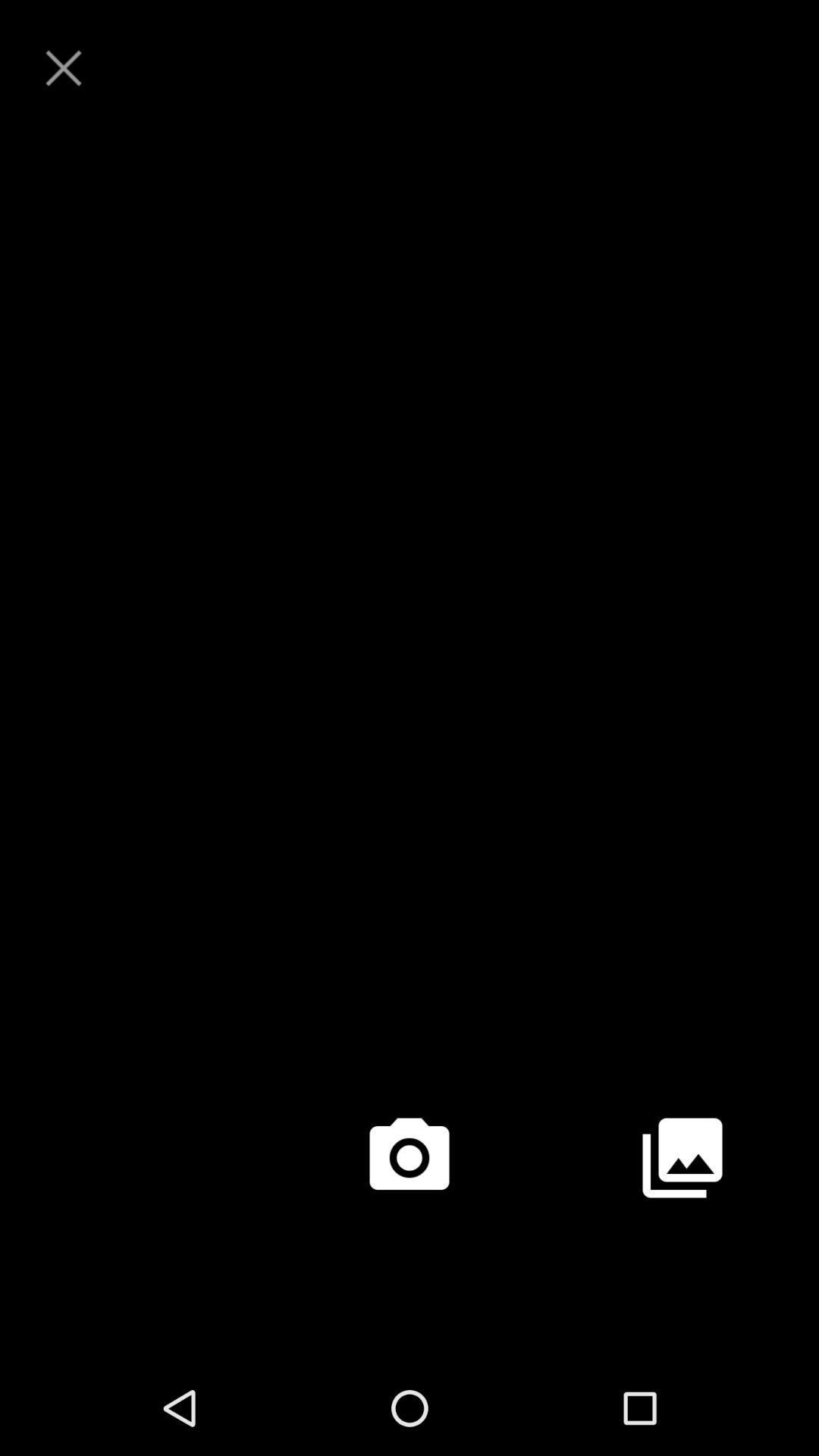 This screenshot has width=819, height=1456. What do you see at coordinates (63, 72) in the screenshot?
I see `the close icon` at bounding box center [63, 72].